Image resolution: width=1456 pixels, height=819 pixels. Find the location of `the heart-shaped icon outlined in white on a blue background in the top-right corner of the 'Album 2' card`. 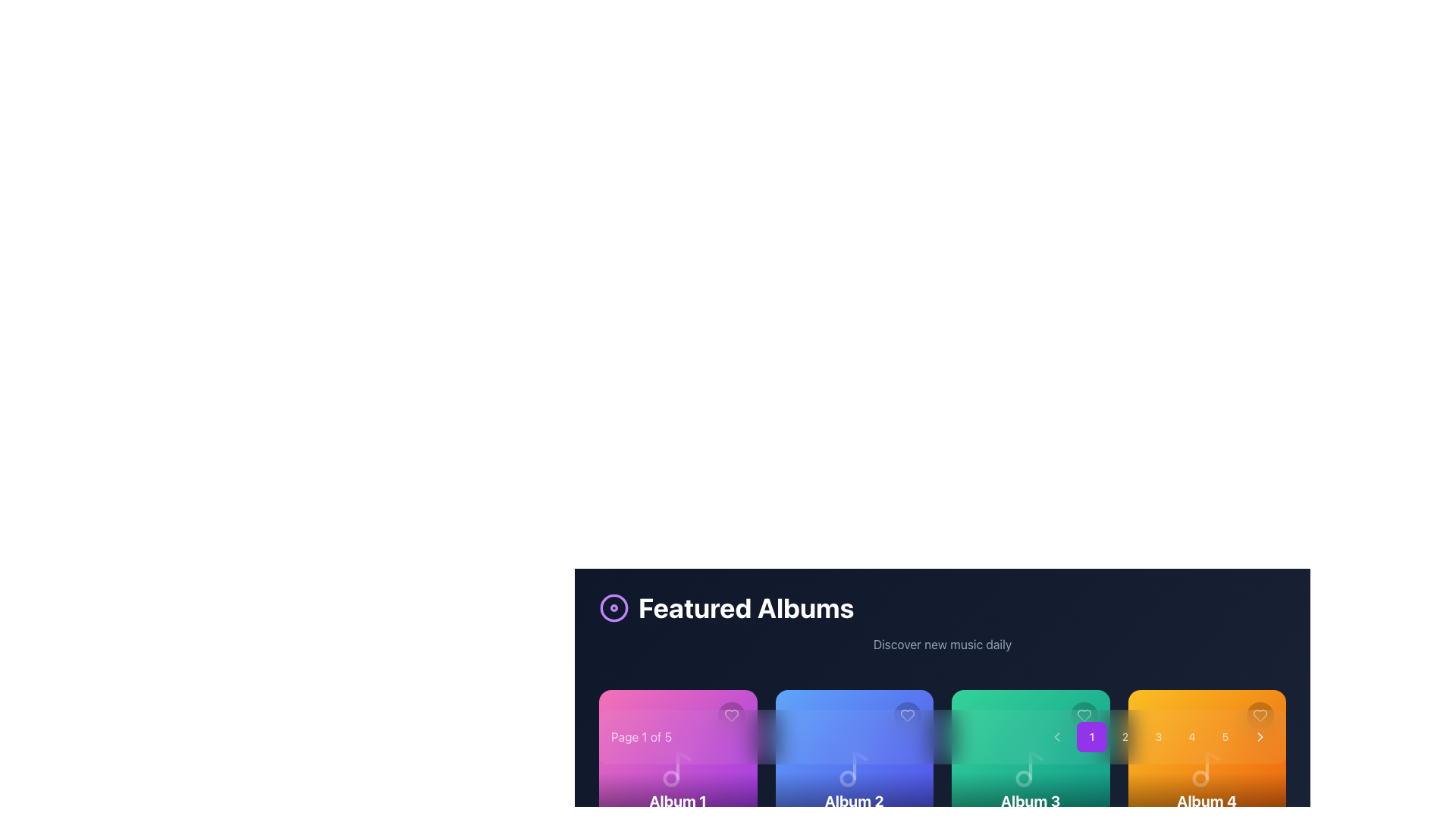

the heart-shaped icon outlined in white on a blue background in the top-right corner of the 'Album 2' card is located at coordinates (907, 716).